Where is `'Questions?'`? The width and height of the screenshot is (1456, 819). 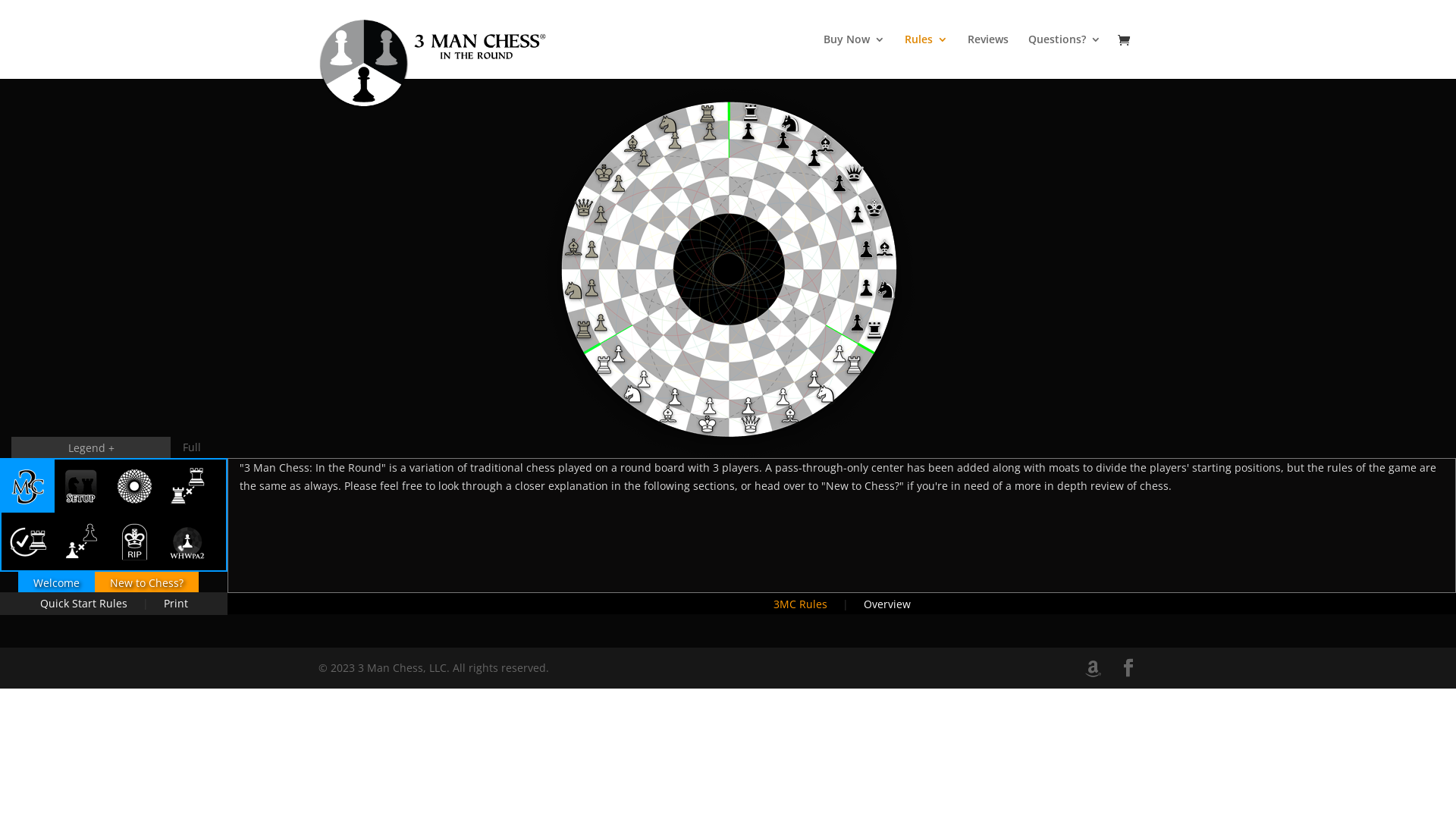
'Questions?' is located at coordinates (1063, 55).